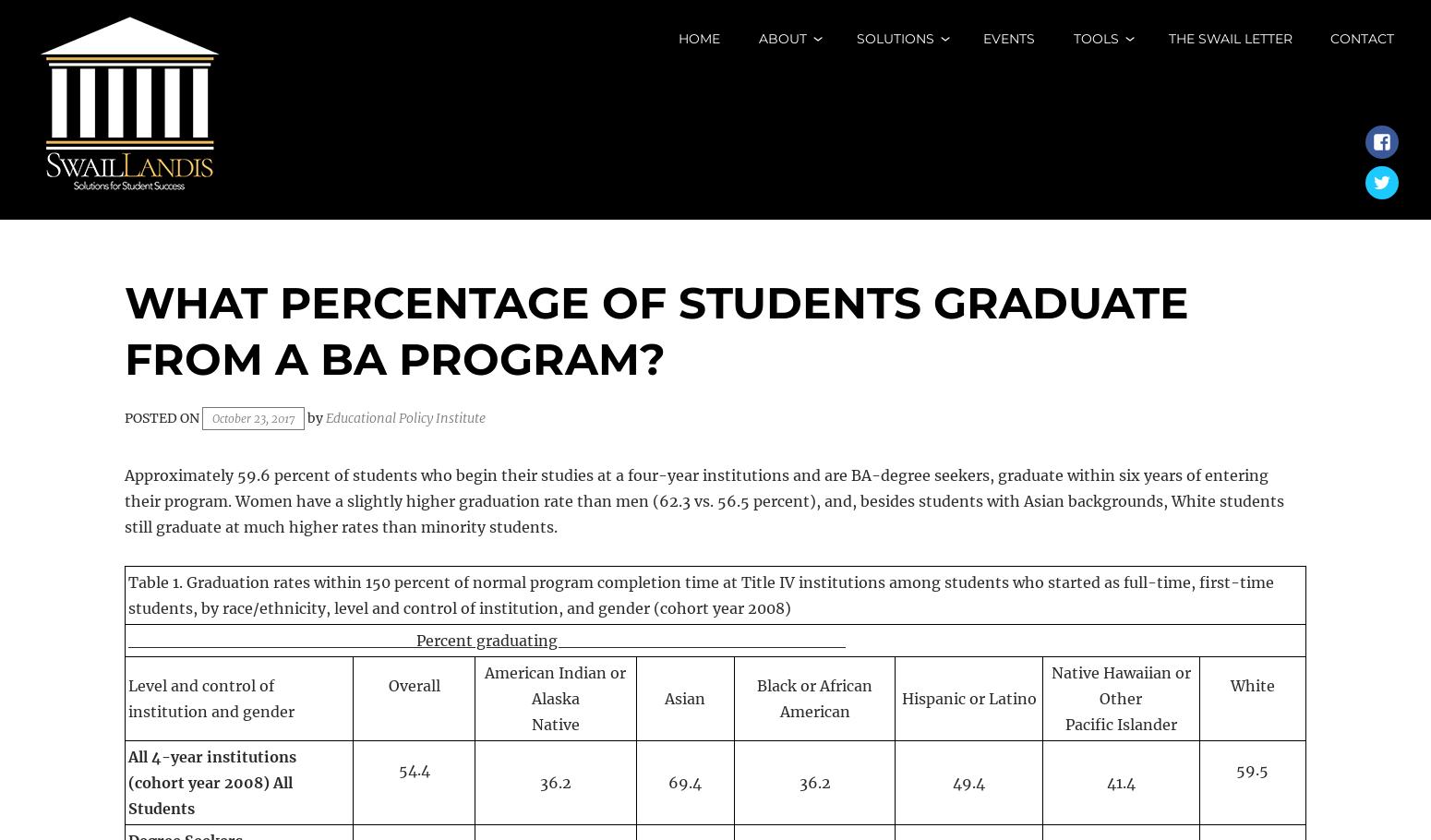 The height and width of the screenshot is (840, 1431). What do you see at coordinates (814, 684) in the screenshot?
I see `'Black or African'` at bounding box center [814, 684].